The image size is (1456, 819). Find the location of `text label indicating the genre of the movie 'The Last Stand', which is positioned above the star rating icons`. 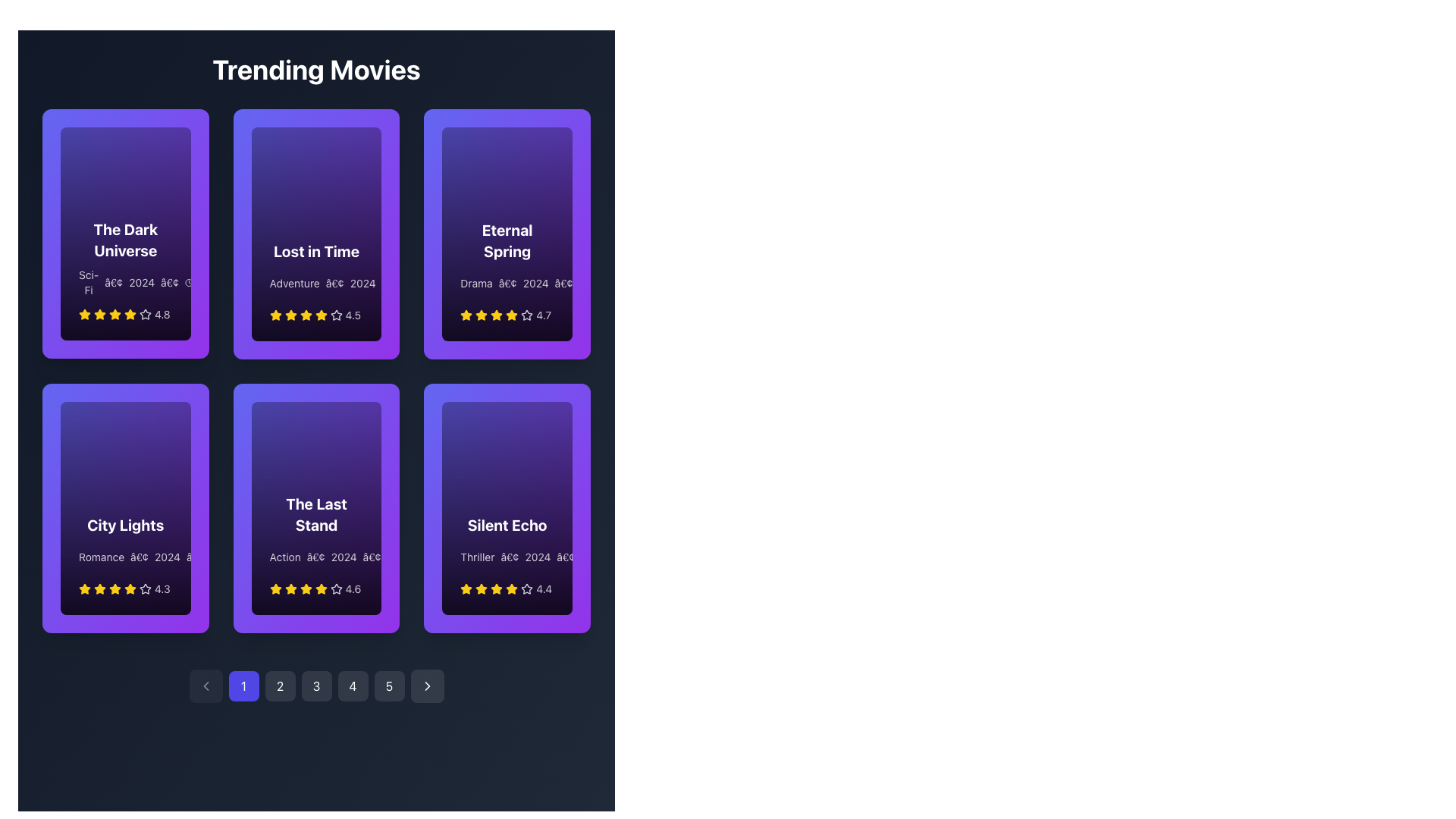

text label indicating the genre of the movie 'The Last Stand', which is positioned above the star rating icons is located at coordinates (285, 557).